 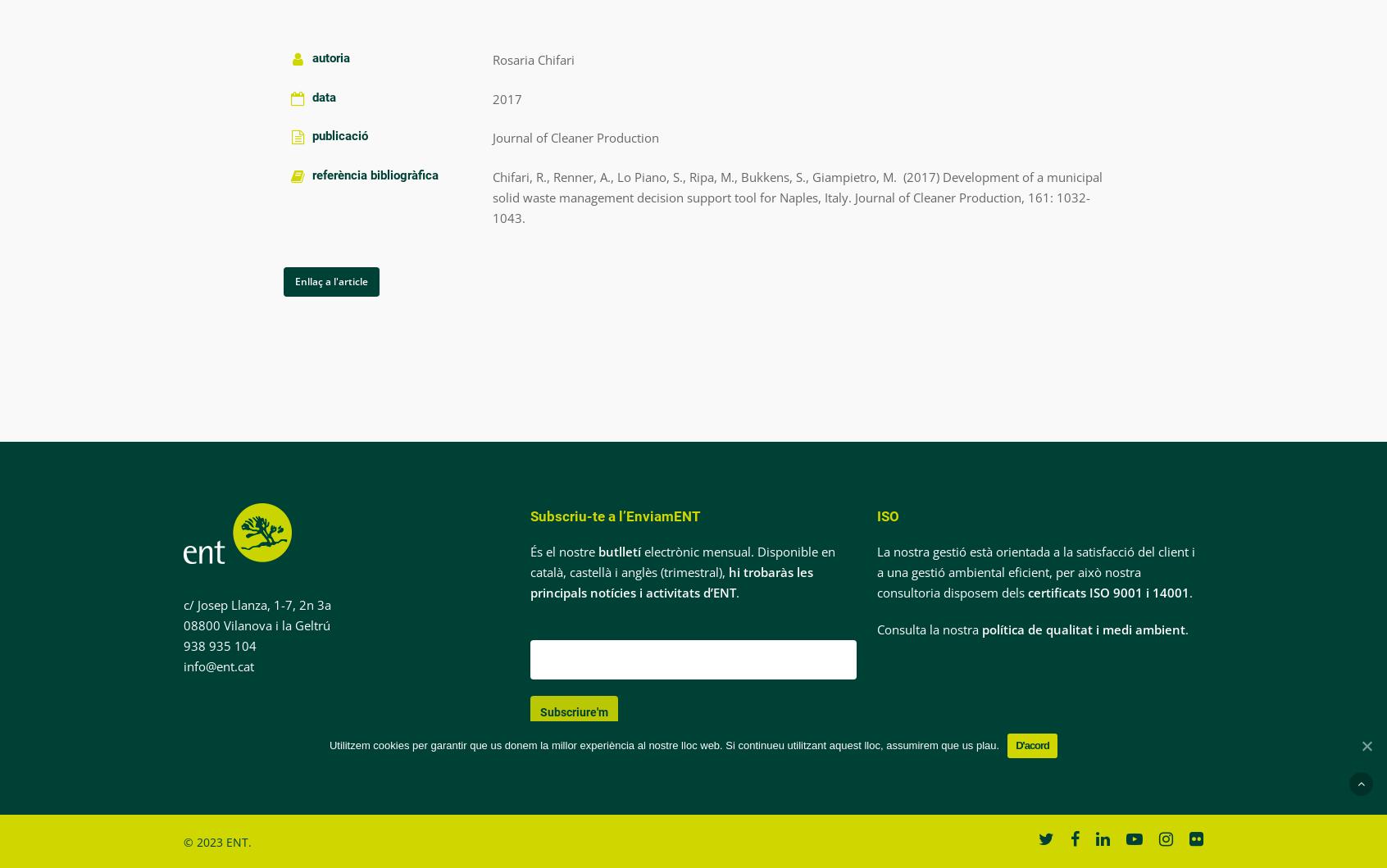 What do you see at coordinates (340, 135) in the screenshot?
I see `'publicació'` at bounding box center [340, 135].